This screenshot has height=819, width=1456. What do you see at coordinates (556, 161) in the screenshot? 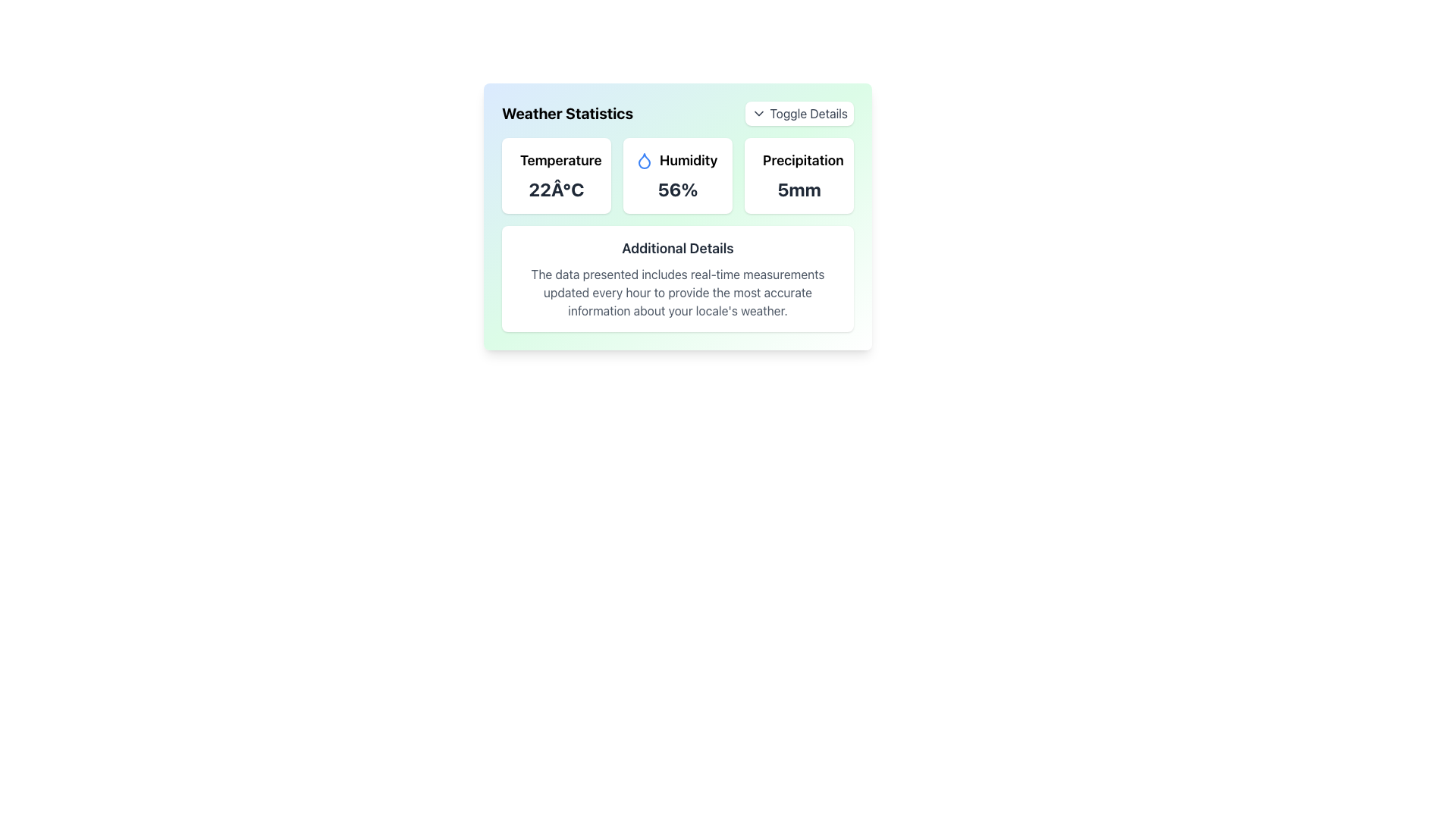
I see `the 'Temperature' label which displays the word 'Temperature' in bold font, accompanied by an orange sun icon, located in the 'Weather Statistics' section above the temperature value '22°C'` at bounding box center [556, 161].